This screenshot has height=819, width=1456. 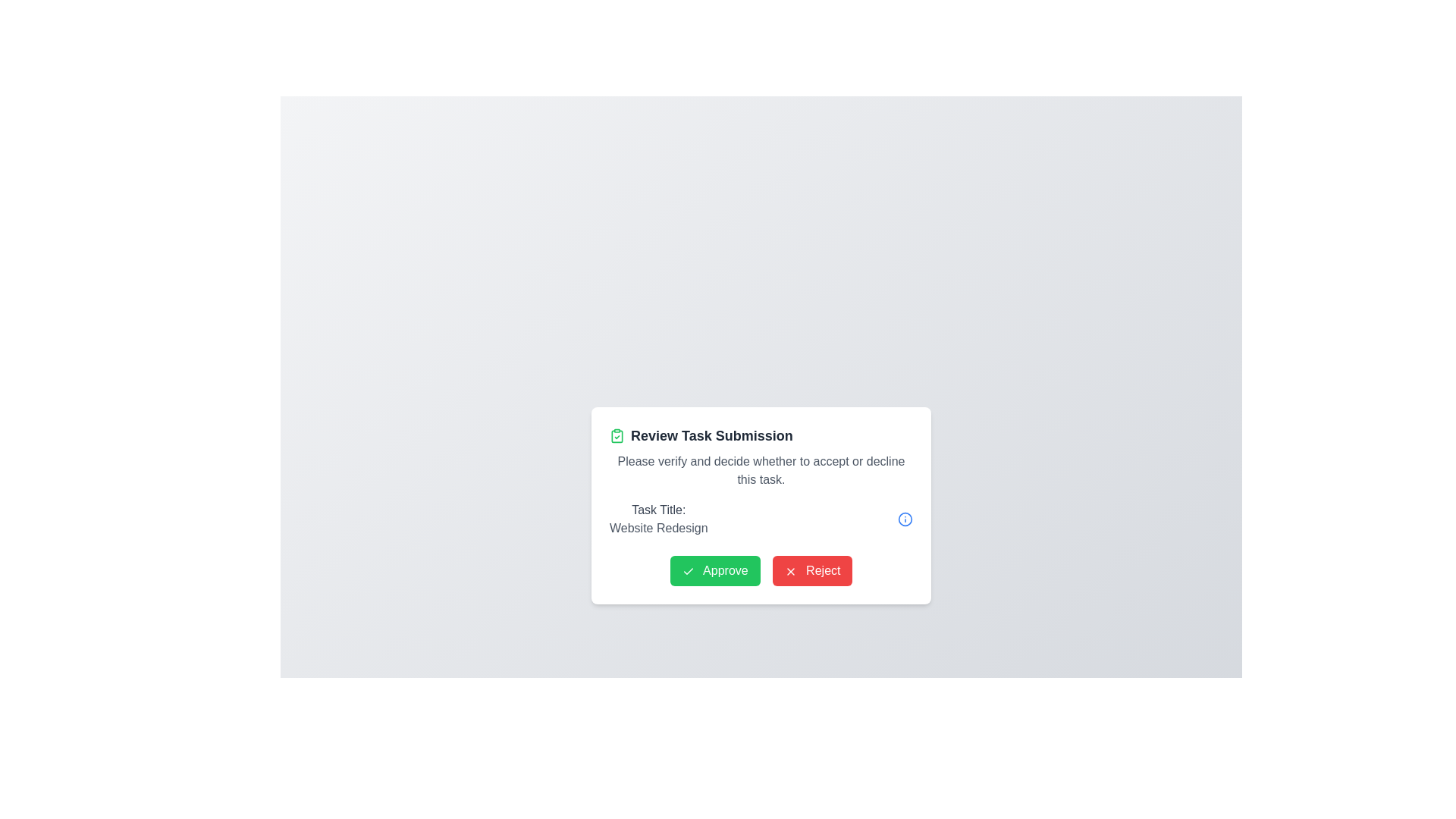 I want to click on the 'Reject' button located near the bottom of the modal, positioned as the second button from the left, to reject the task, so click(x=811, y=570).